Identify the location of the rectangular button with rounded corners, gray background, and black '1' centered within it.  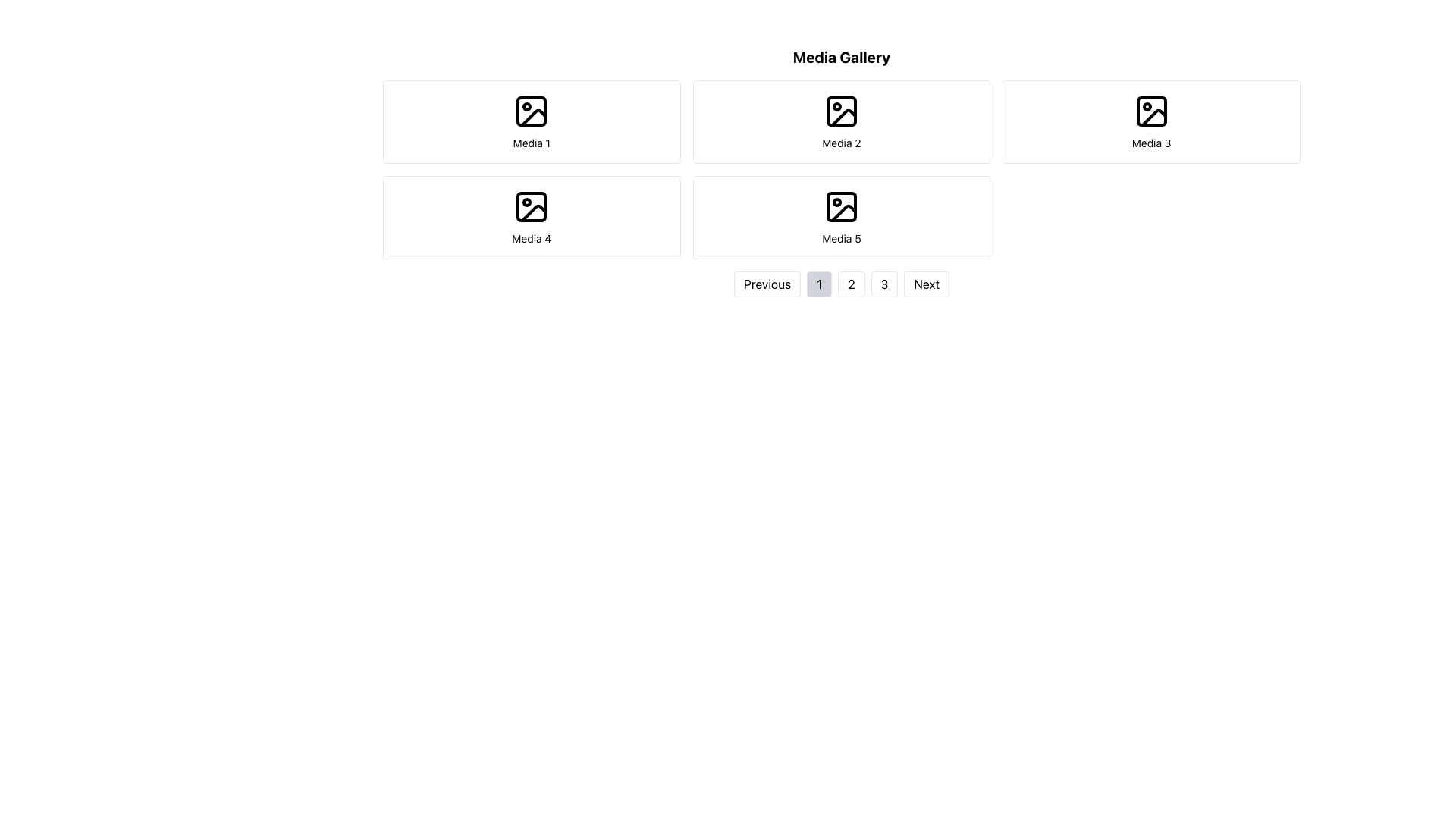
(818, 284).